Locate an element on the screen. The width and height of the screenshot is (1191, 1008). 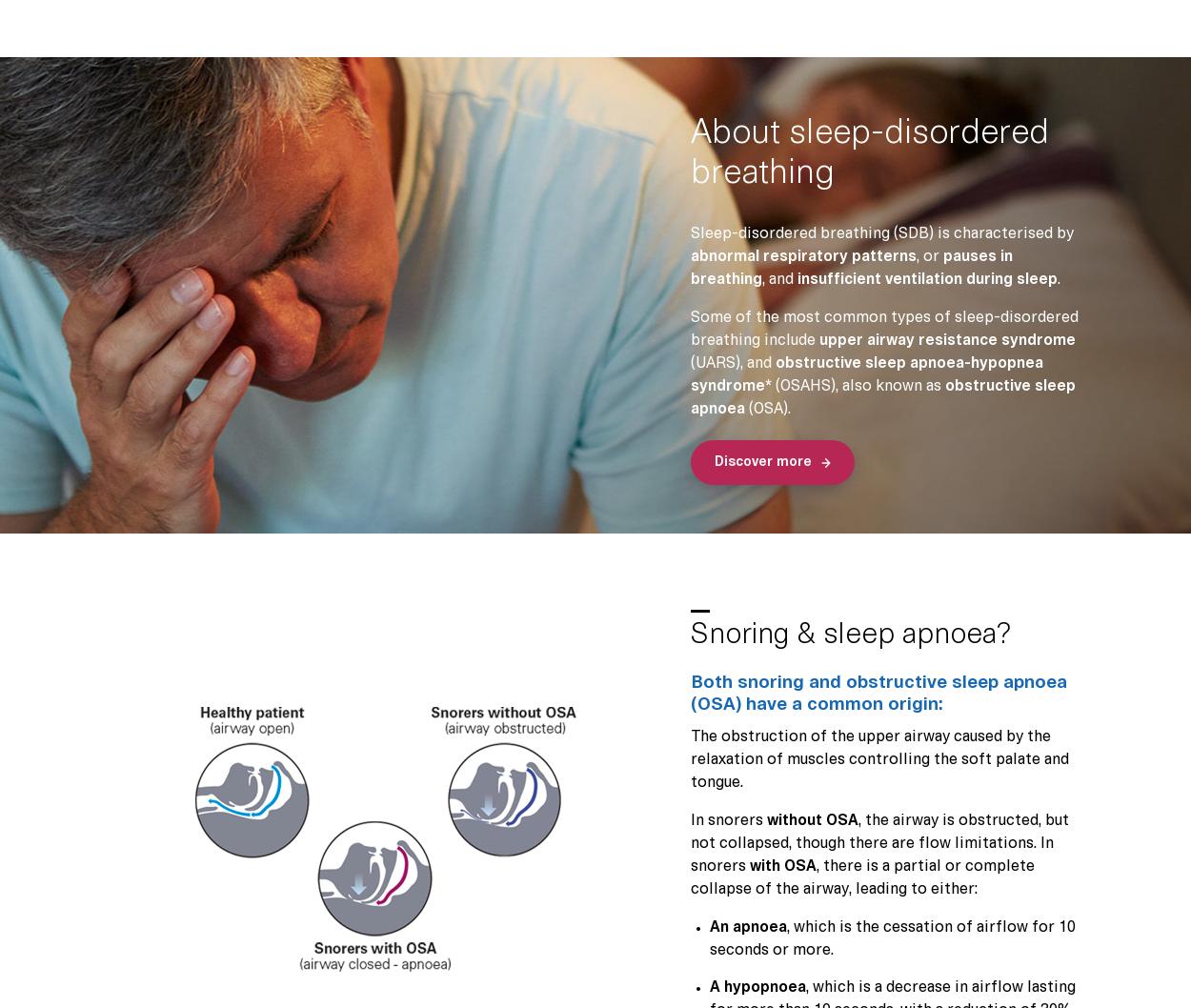
'. Each type has distinctive characteristics that enable diagnosis.' is located at coordinates (440, 548).